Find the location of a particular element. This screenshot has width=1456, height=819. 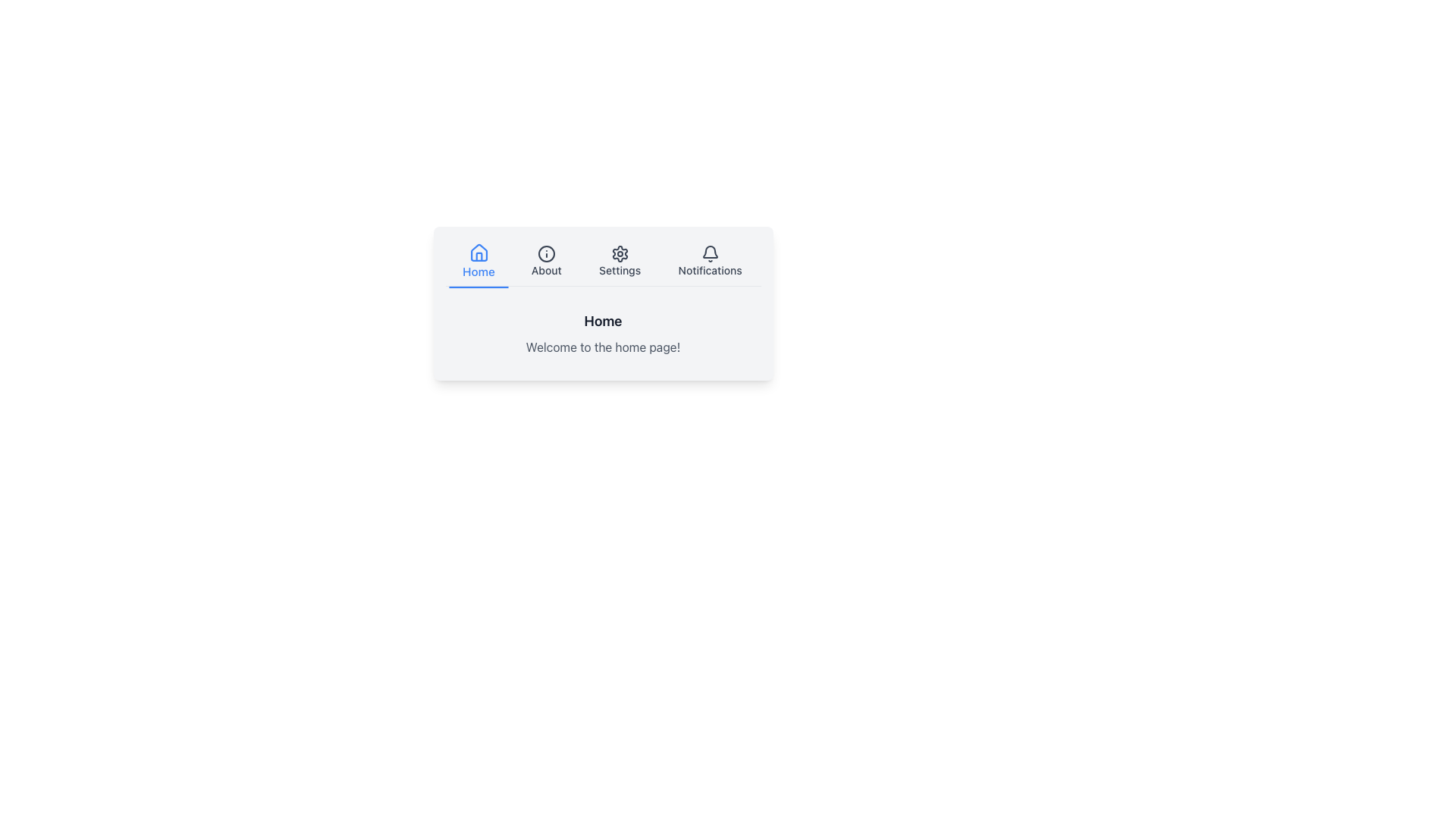

the 'Notifications' text label located in the top menu bar, which is styled in a muted gray color and positioned below a bell icon is located at coordinates (709, 270).